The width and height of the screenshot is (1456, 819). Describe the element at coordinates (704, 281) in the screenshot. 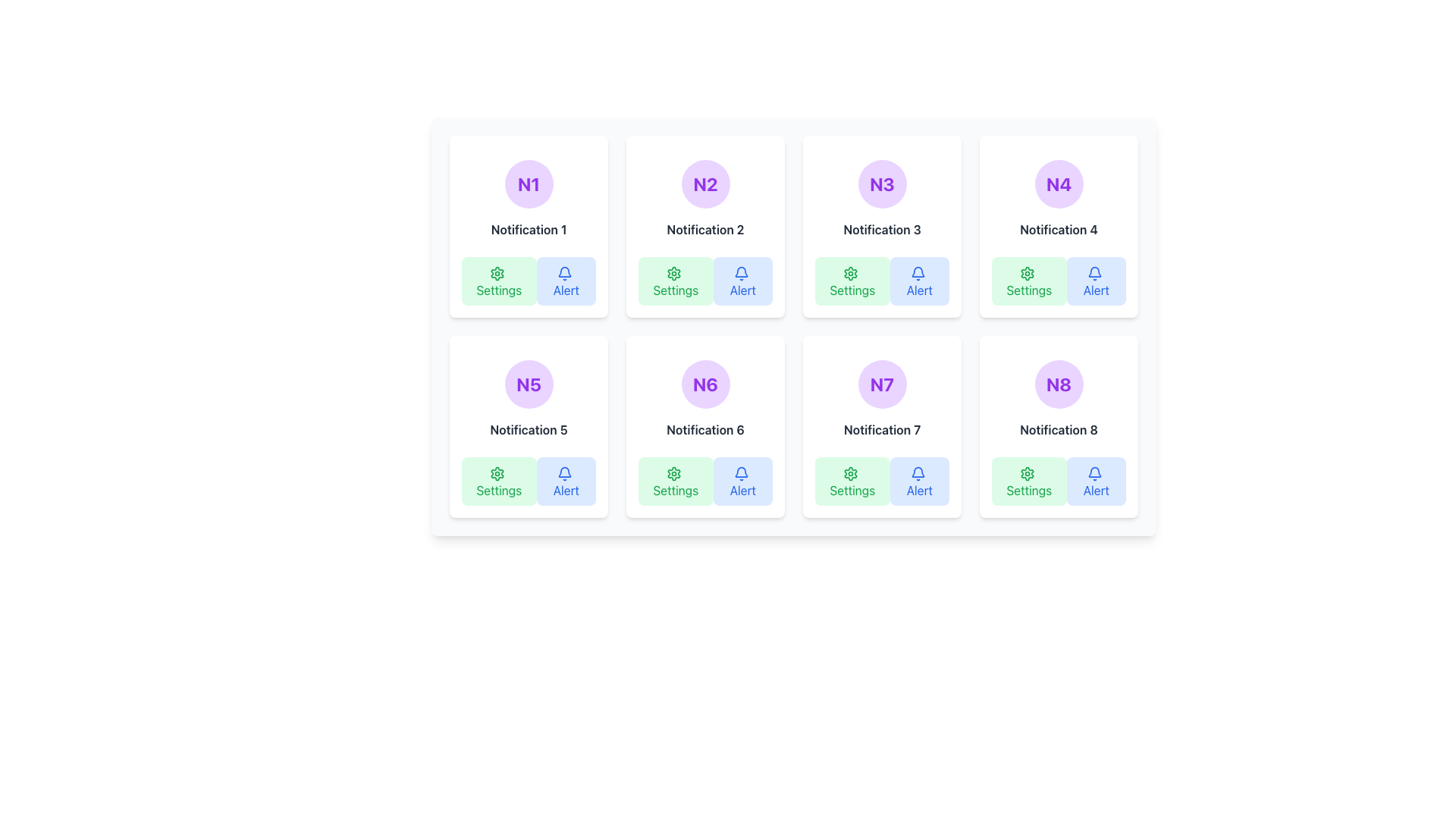

I see `the 'Settings' or 'Alert' button in the Button Group located in the 'Notification 2' card` at that location.